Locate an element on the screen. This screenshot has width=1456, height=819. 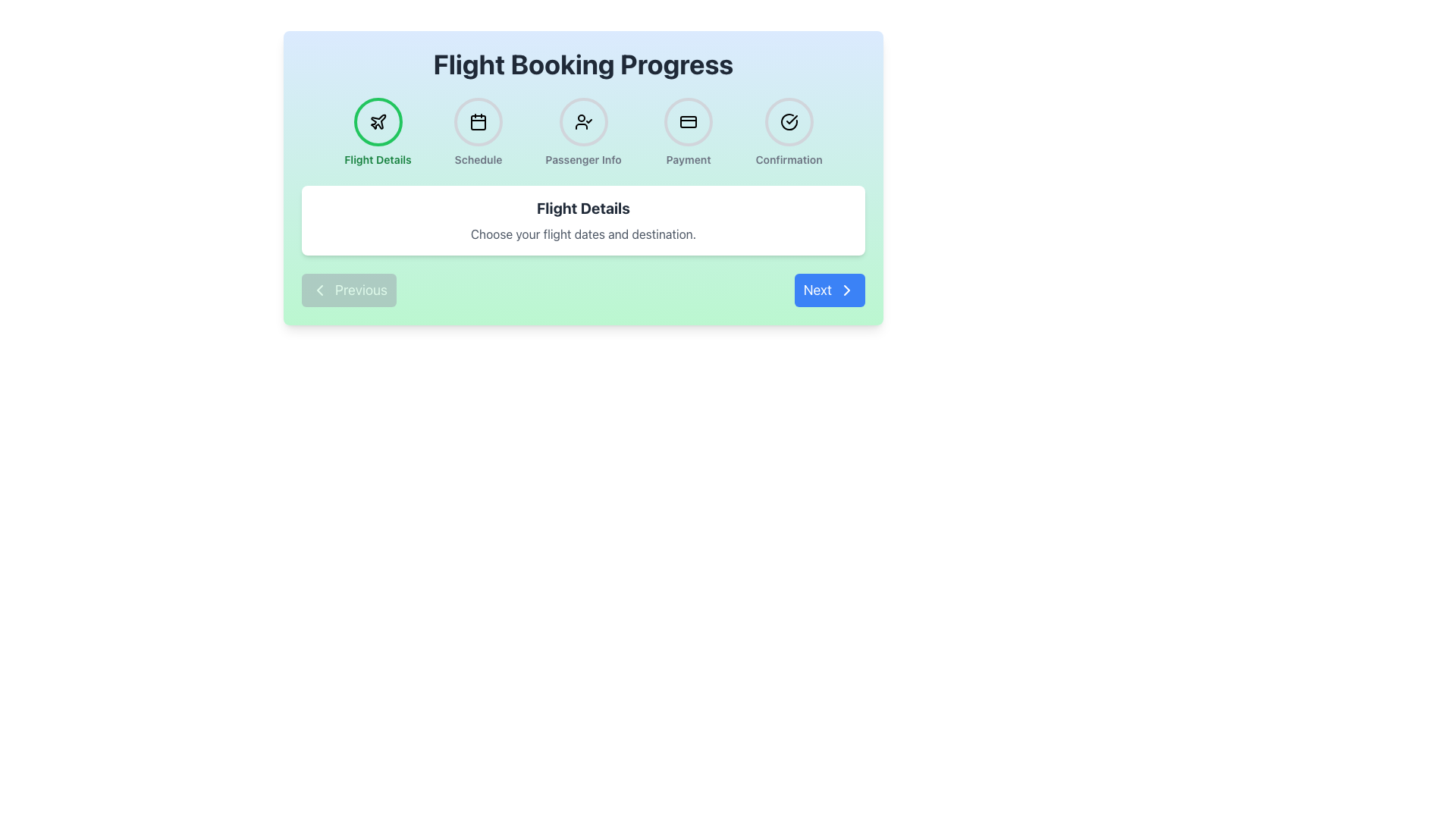
the Step indicator with a circular green-bordered icon and a plane icon, labeled 'Flight Details' is located at coordinates (378, 131).